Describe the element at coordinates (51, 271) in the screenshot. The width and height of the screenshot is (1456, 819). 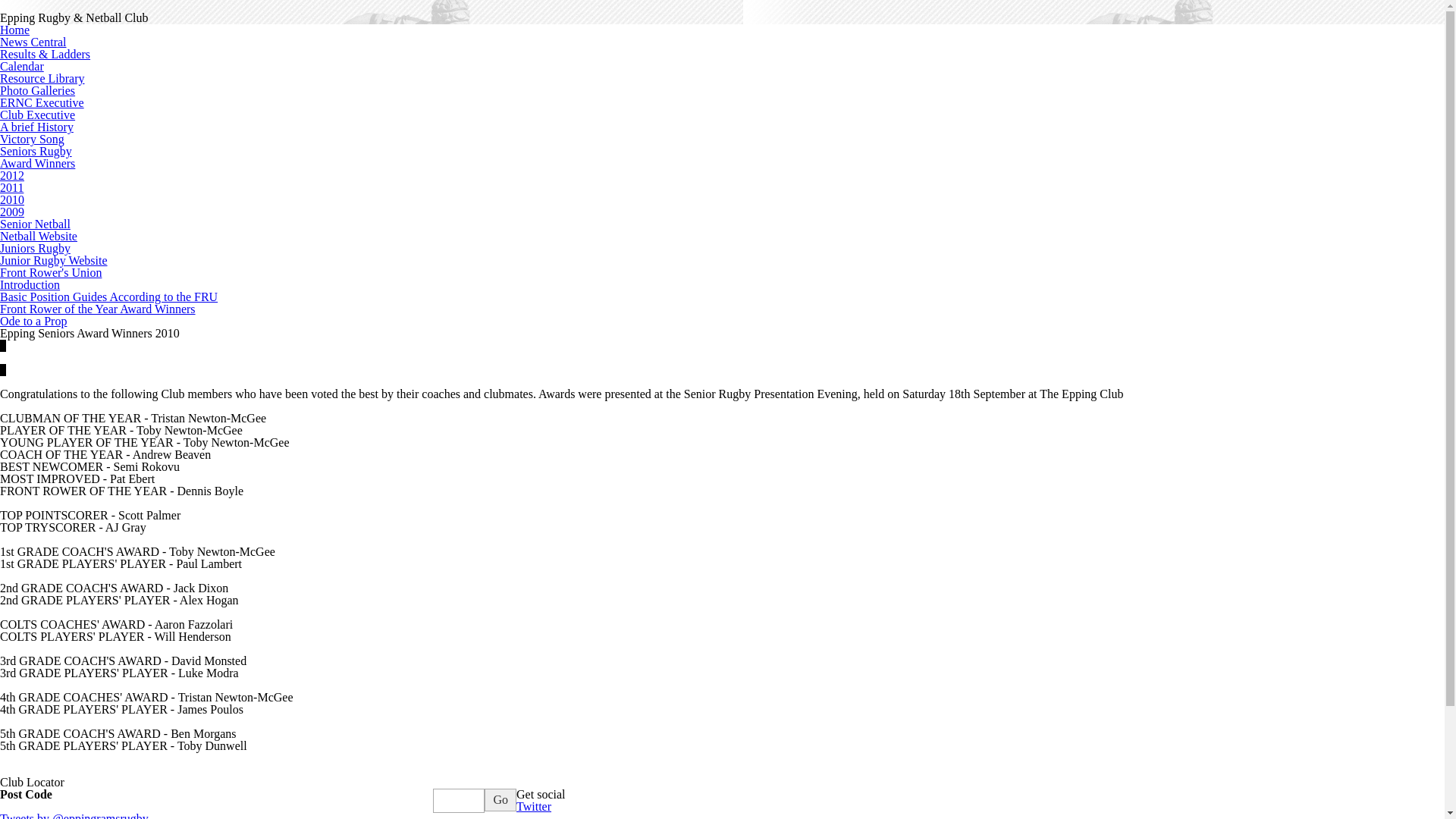
I see `'Front Rower's Union'` at that location.